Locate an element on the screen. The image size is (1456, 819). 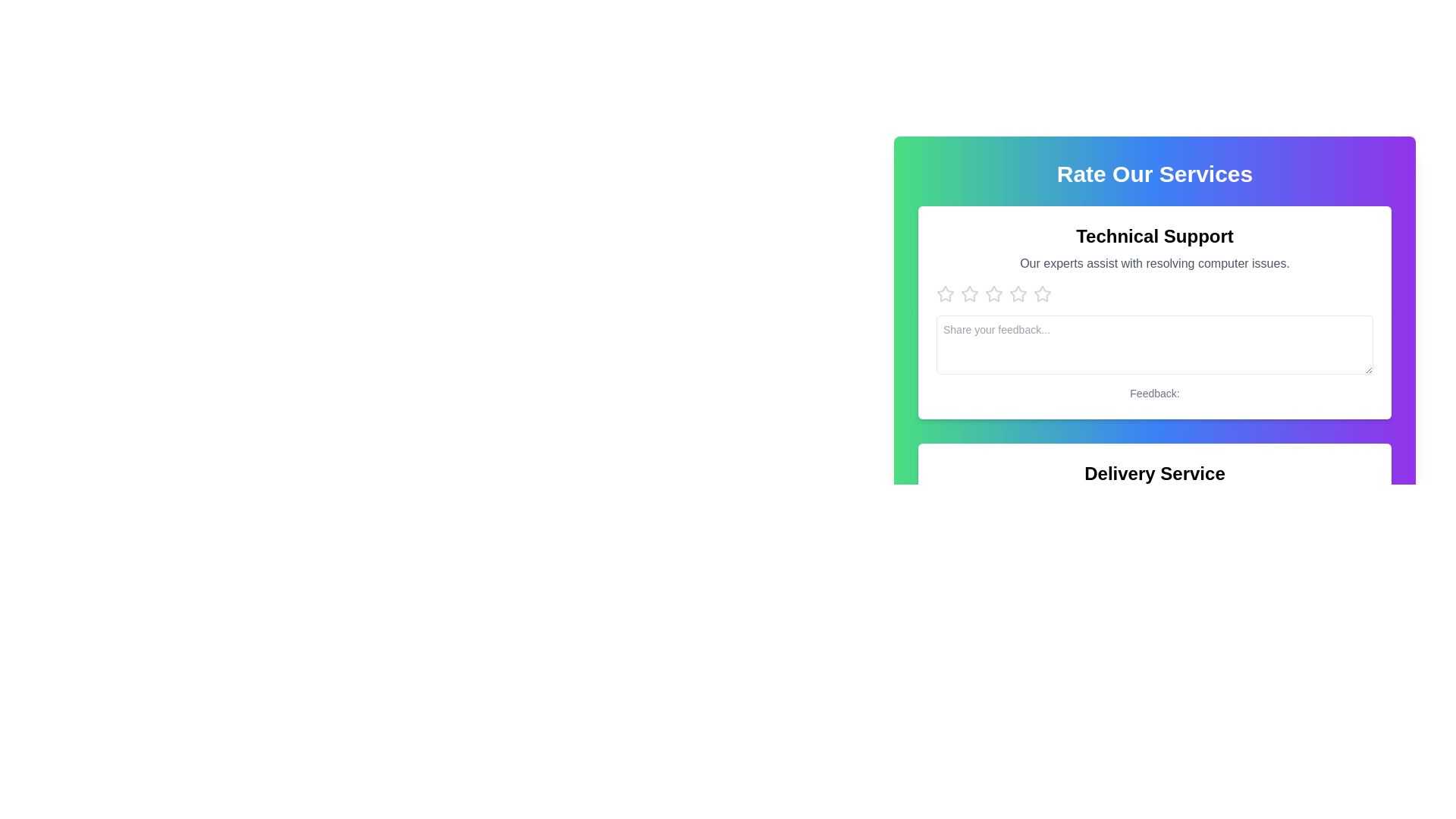
the second star icon from the left in the 'Technical Support' section of the 'Rate Our Services' panel for keyboard navigation is located at coordinates (968, 293).